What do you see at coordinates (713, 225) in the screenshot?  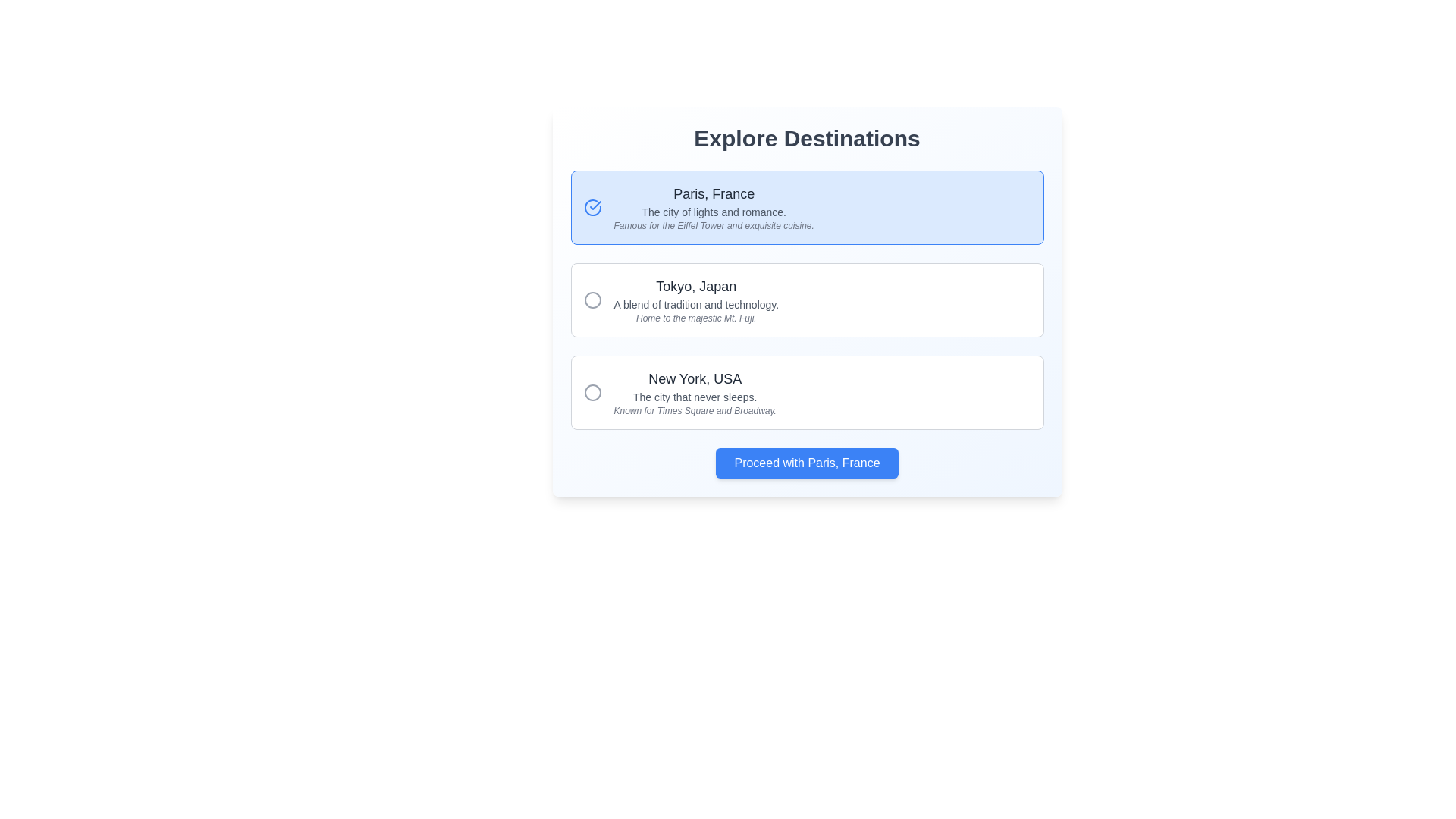 I see `the static text element that contains the phrase 'Famous for the Eiffel Tower and exquisite cuisine.' styled in a small italic font with a gray color, located beneath the description 'The city of lights and romance.' for 'Paris, France'` at bounding box center [713, 225].